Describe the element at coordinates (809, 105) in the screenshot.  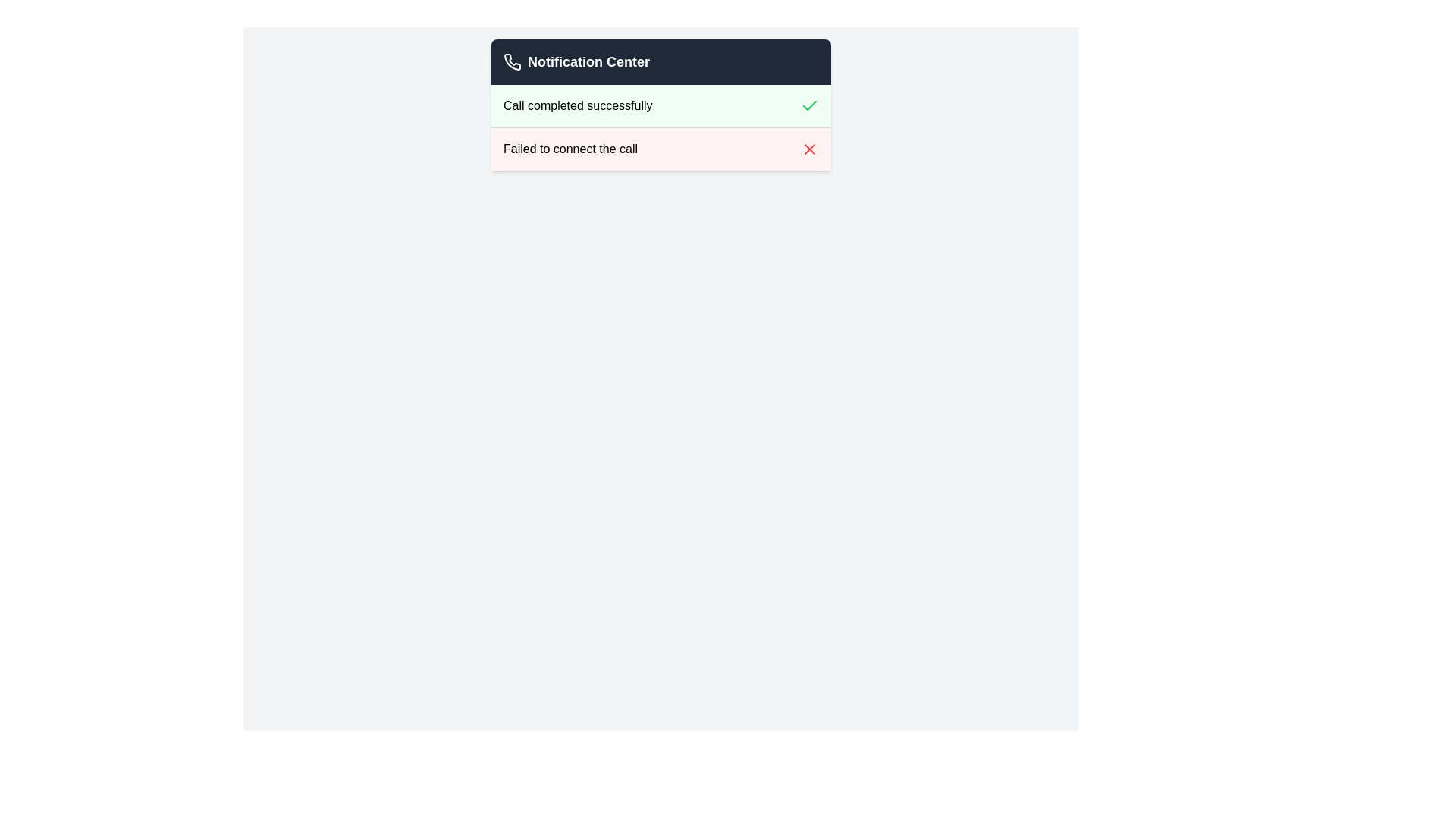
I see `the success icon located to the right of the 'Call completed successfully' notification, which serves as a visual confirmation of task completion` at that location.